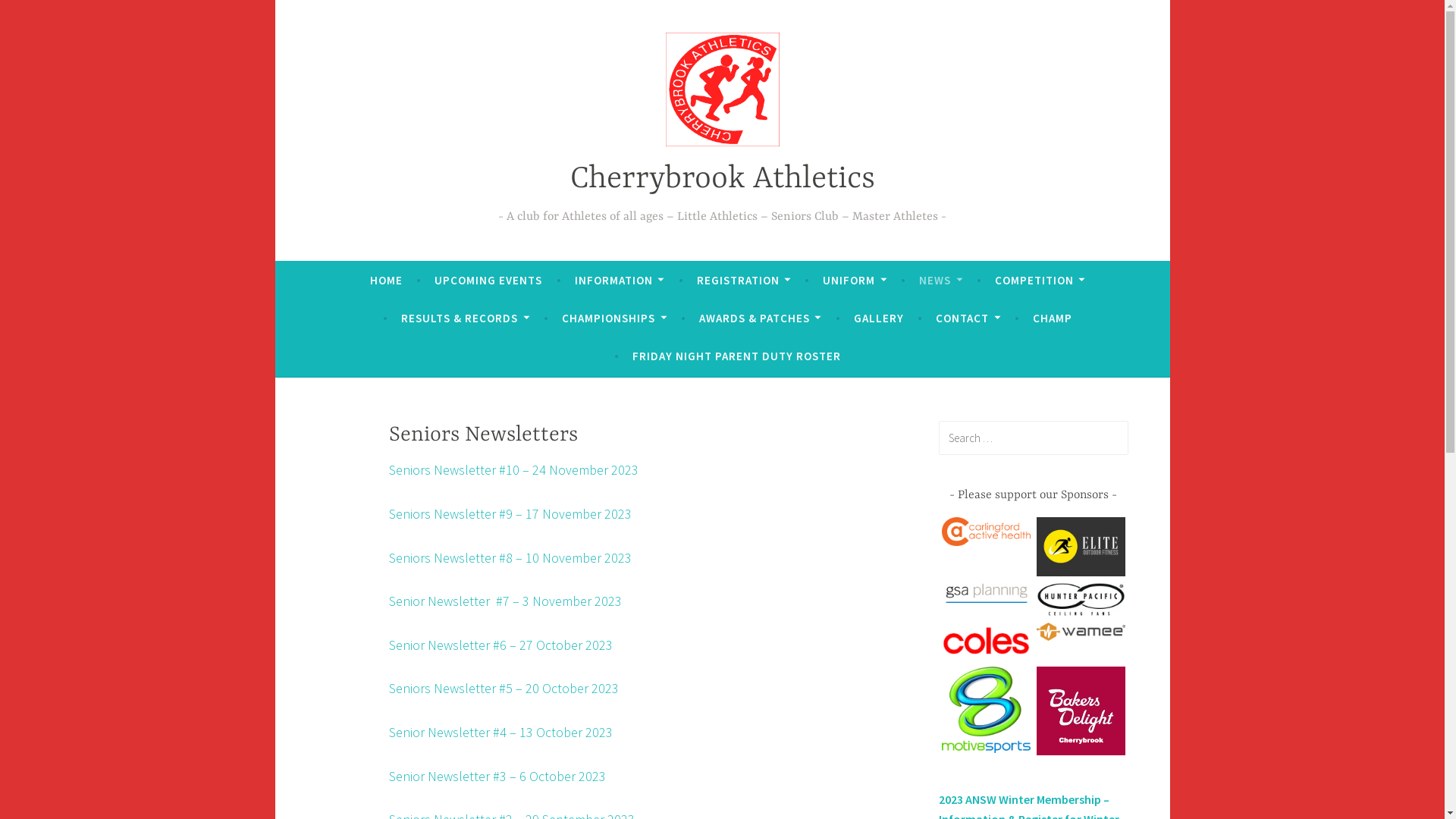 This screenshot has width=1456, height=819. I want to click on 'FRIDAY NIGHT PARENT DUTY ROSTER', so click(736, 356).